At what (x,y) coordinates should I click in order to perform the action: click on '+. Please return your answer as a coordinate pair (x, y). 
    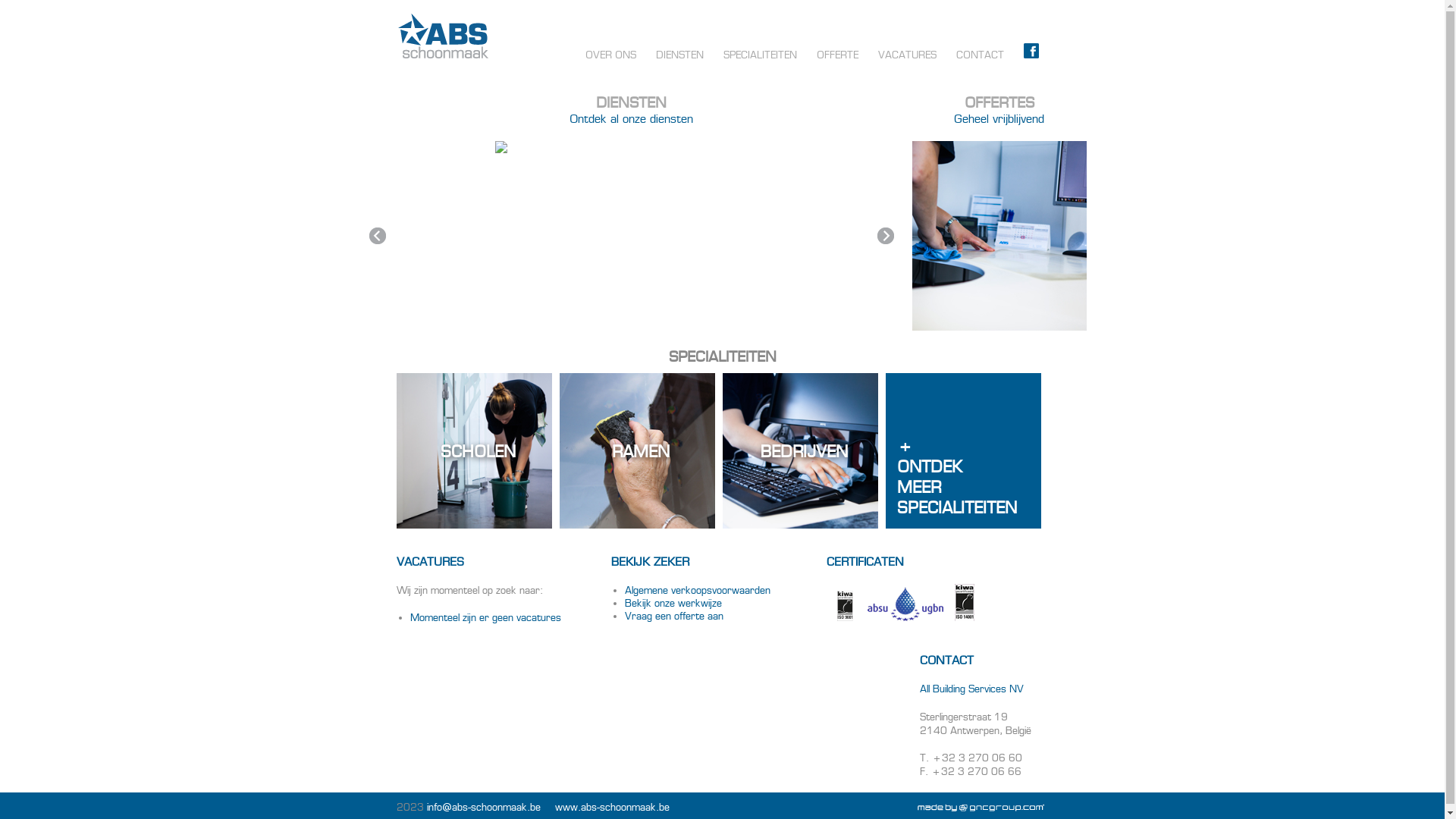
    Looking at the image, I should click on (962, 450).